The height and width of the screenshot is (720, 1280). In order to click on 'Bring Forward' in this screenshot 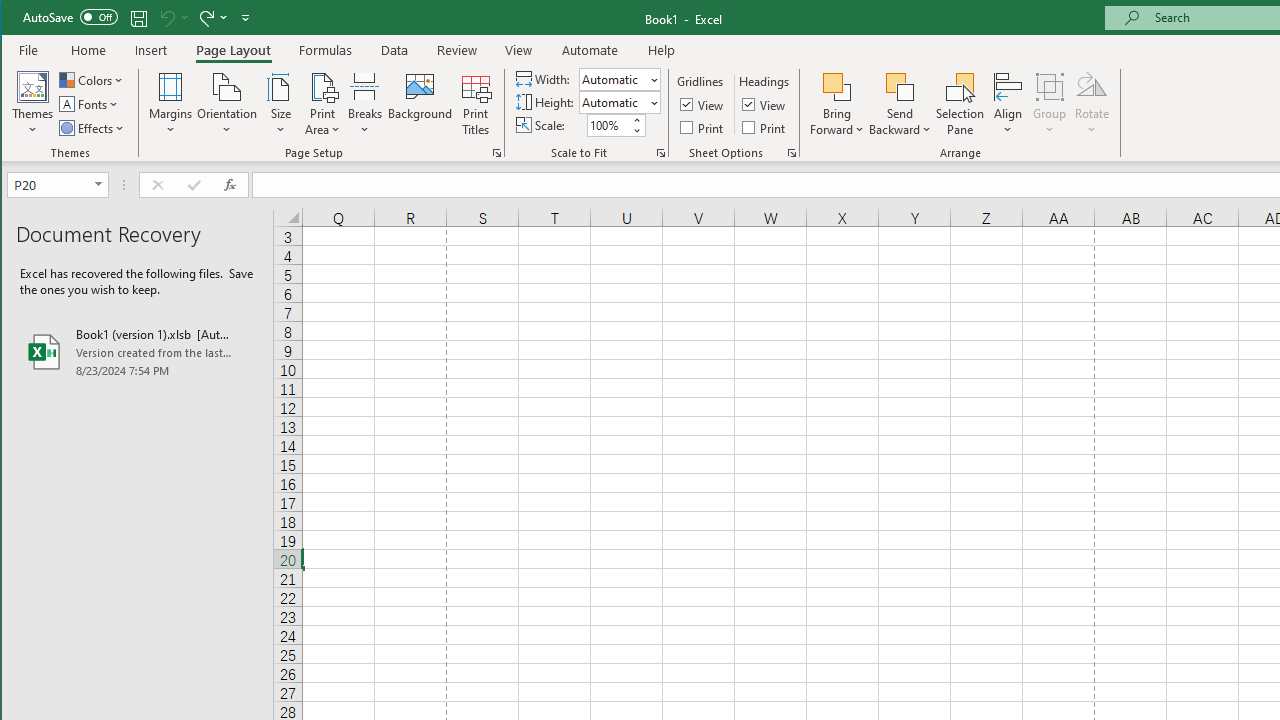, I will do `click(837, 104)`.